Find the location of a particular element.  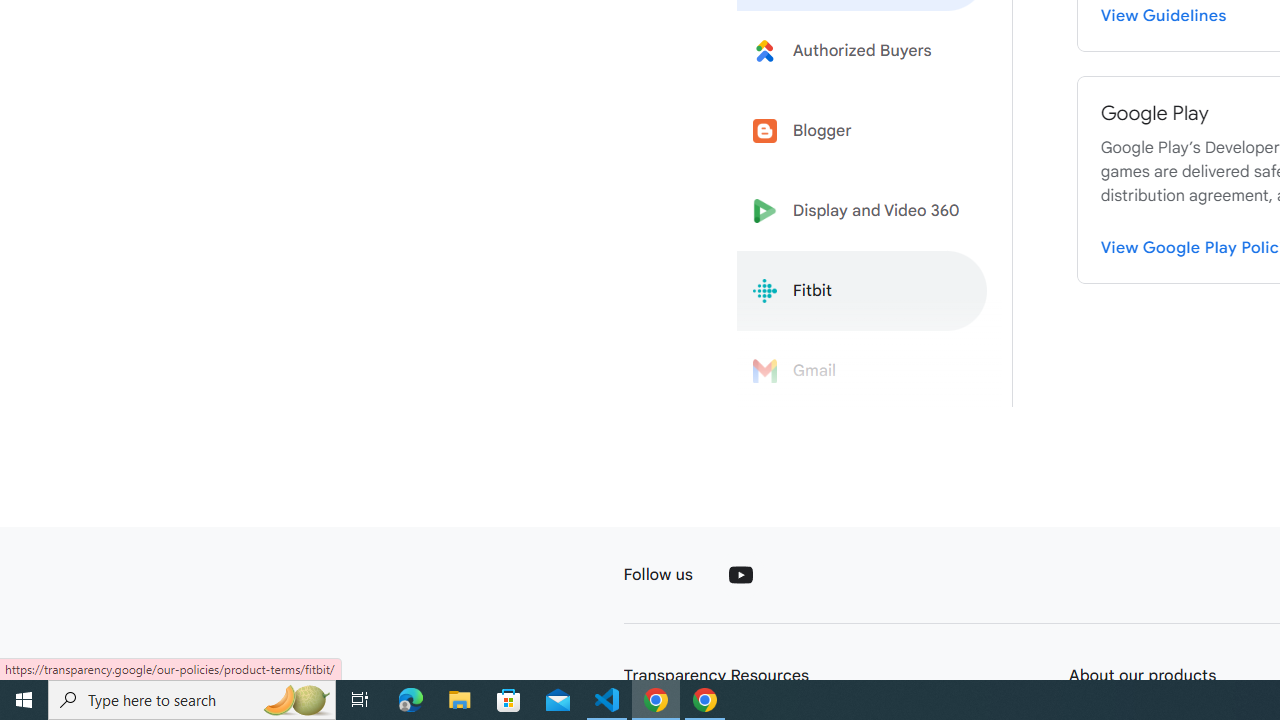

'Blogger' is located at coordinates (862, 131).